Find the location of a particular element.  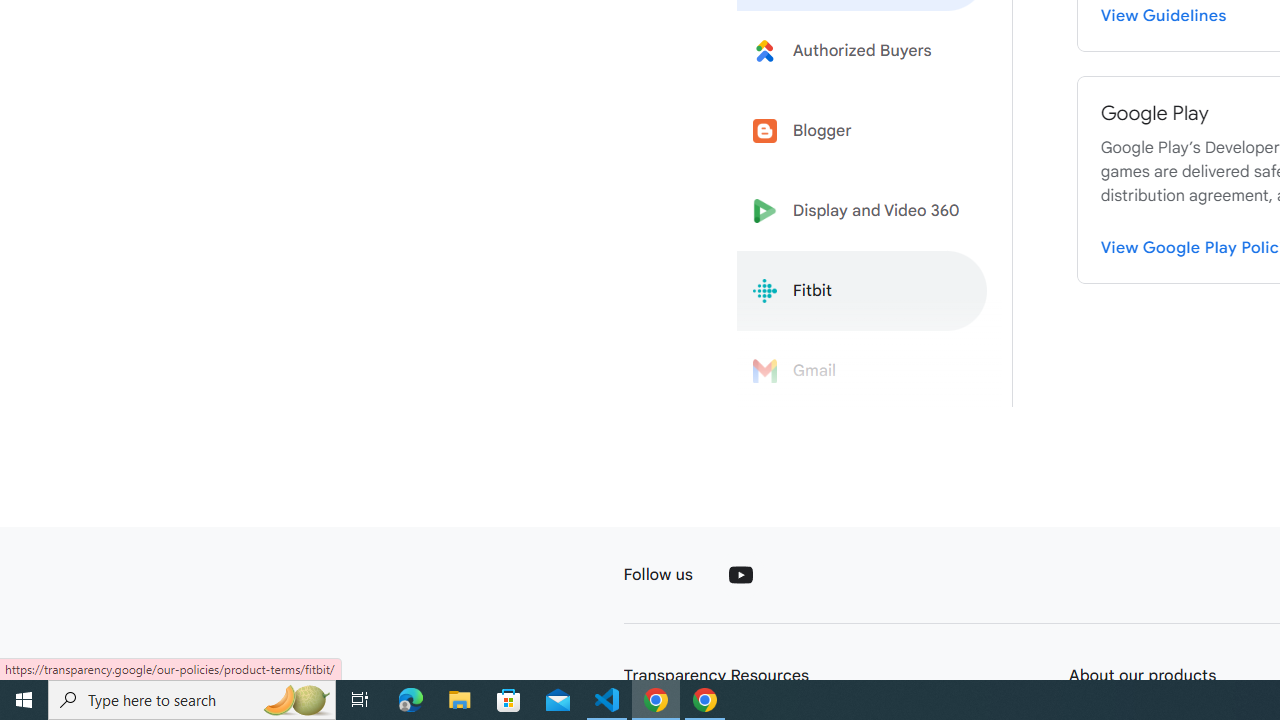

'Blogger' is located at coordinates (862, 131).